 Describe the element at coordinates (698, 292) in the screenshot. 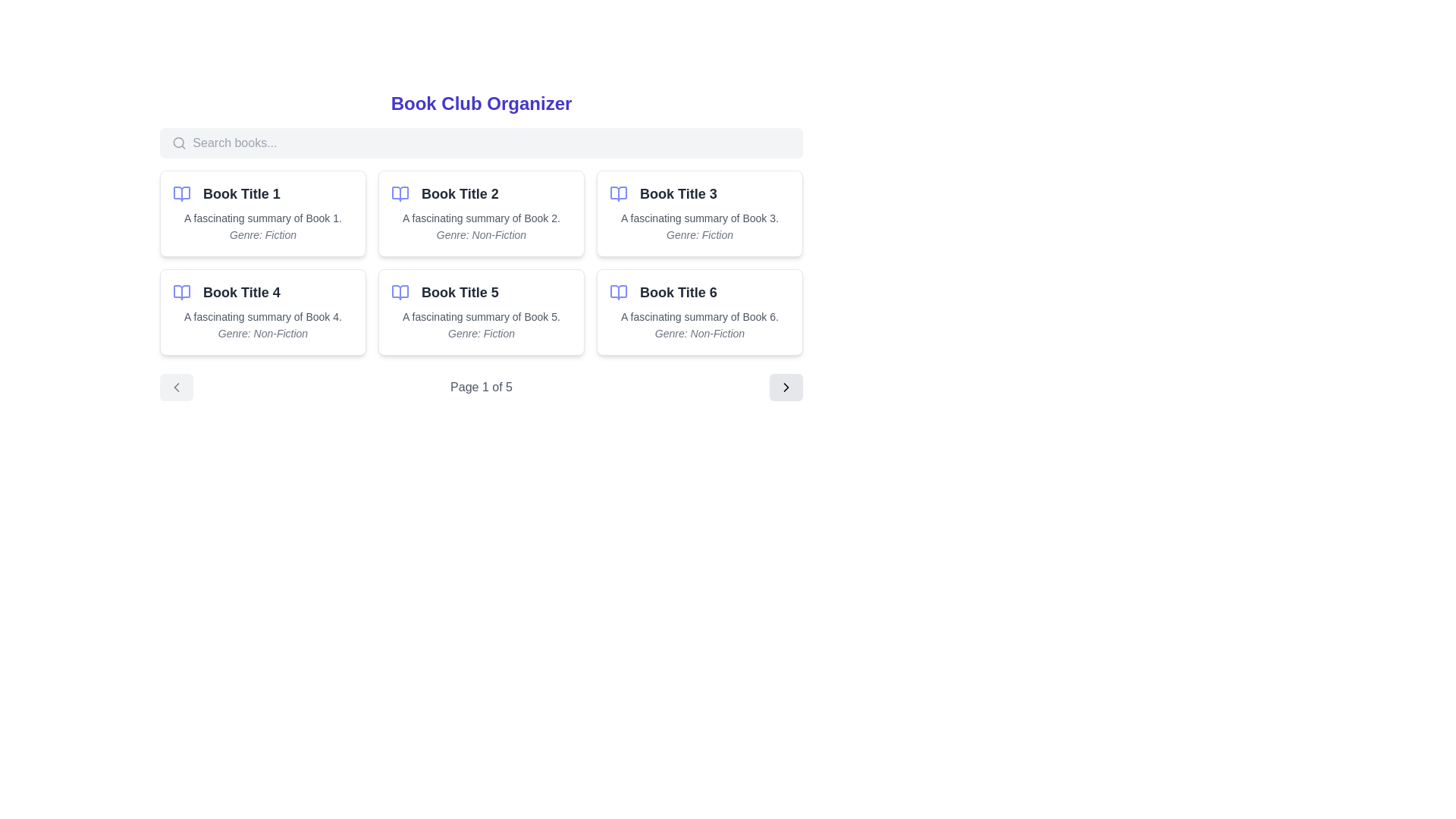

I see `the text label 'Book Title 6' with the accompanying open book icon for keyboard navigation` at that location.